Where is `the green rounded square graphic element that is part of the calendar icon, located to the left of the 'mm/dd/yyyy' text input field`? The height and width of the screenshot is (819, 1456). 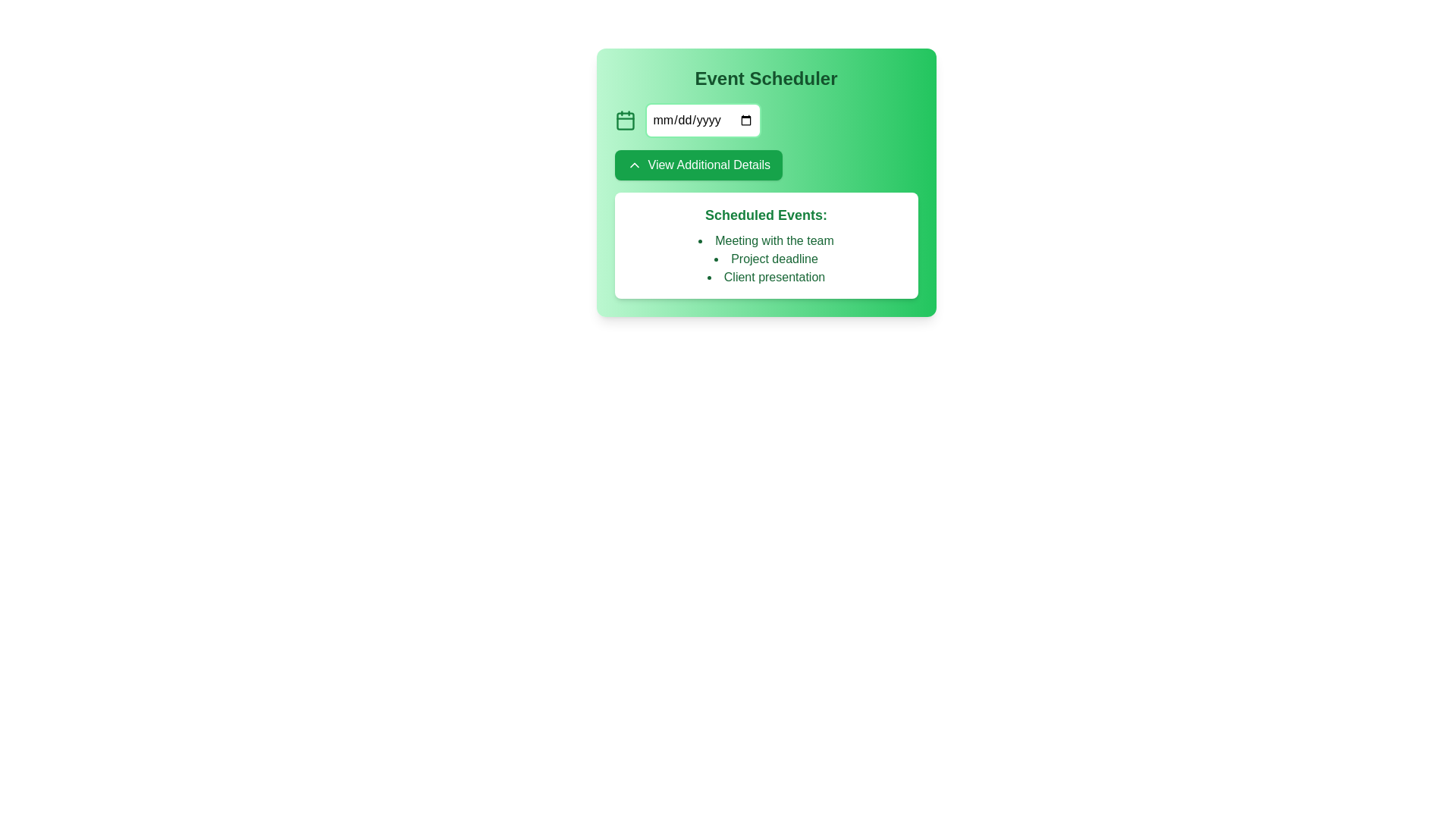 the green rounded square graphic element that is part of the calendar icon, located to the left of the 'mm/dd/yyyy' text input field is located at coordinates (625, 121).